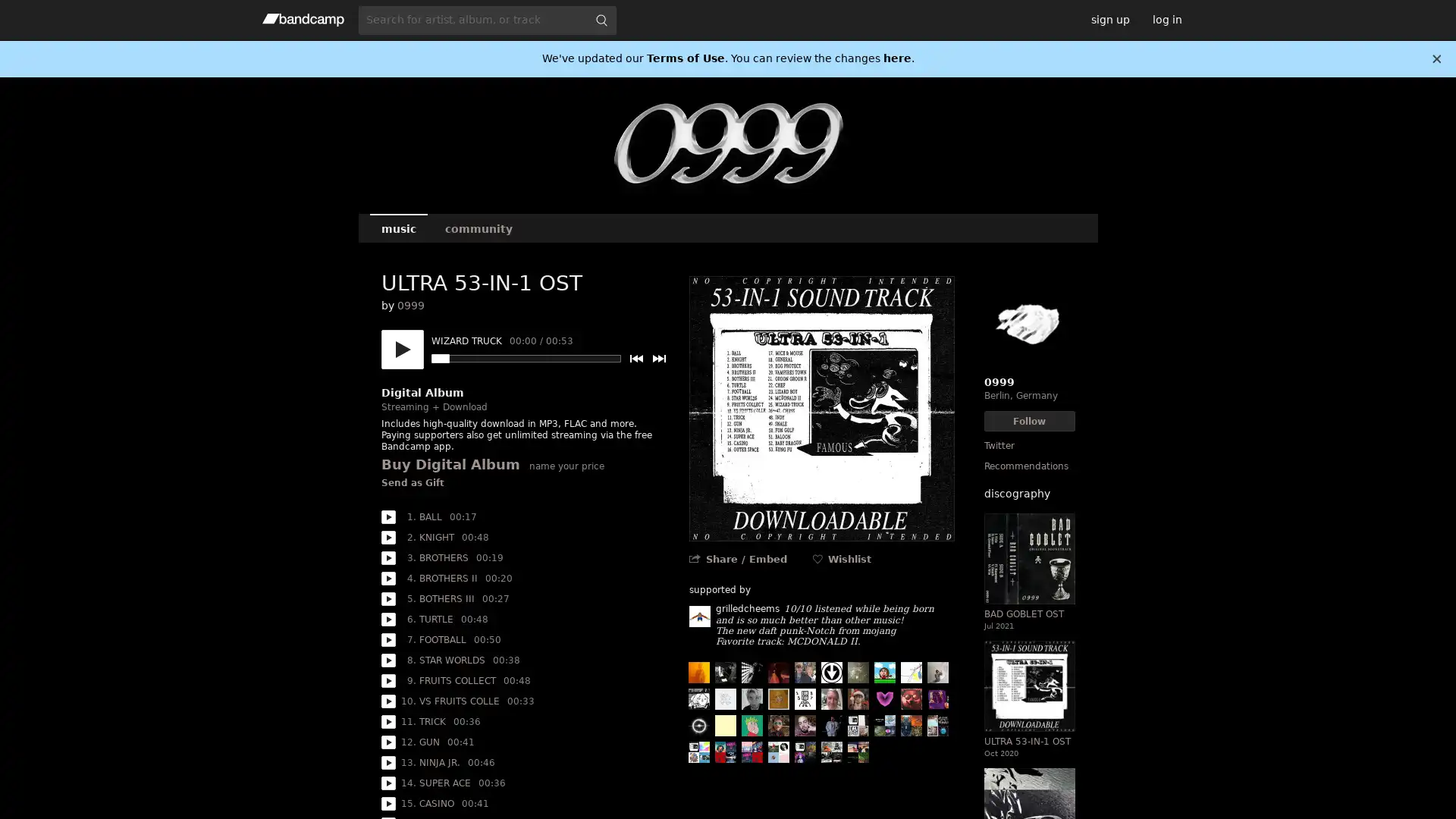 The width and height of the screenshot is (1456, 819). What do you see at coordinates (388, 701) in the screenshot?
I see `Play VS FRUITS COLLE` at bounding box center [388, 701].